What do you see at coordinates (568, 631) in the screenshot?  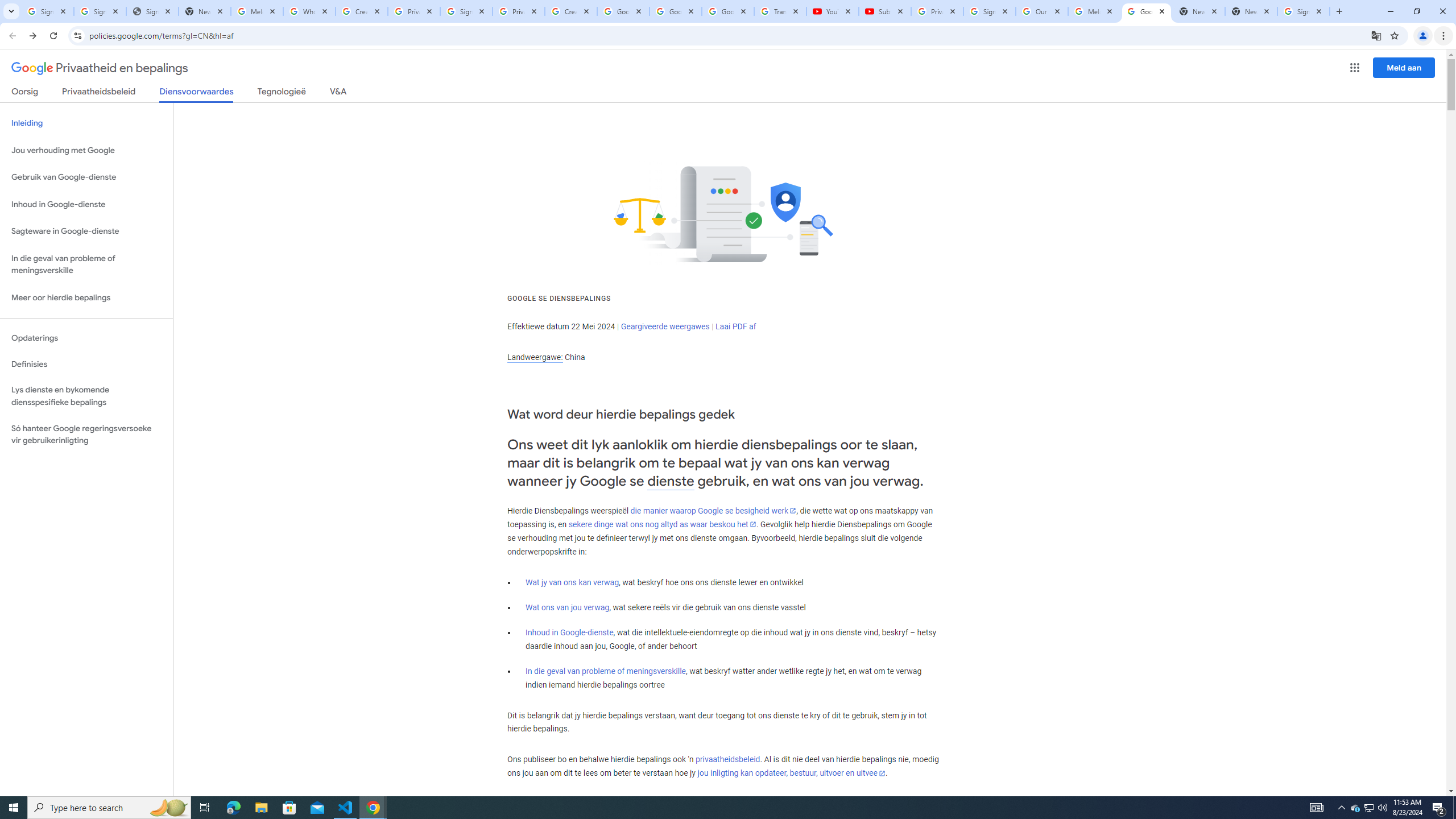 I see `'Inhoud in Google-dienste'` at bounding box center [568, 631].